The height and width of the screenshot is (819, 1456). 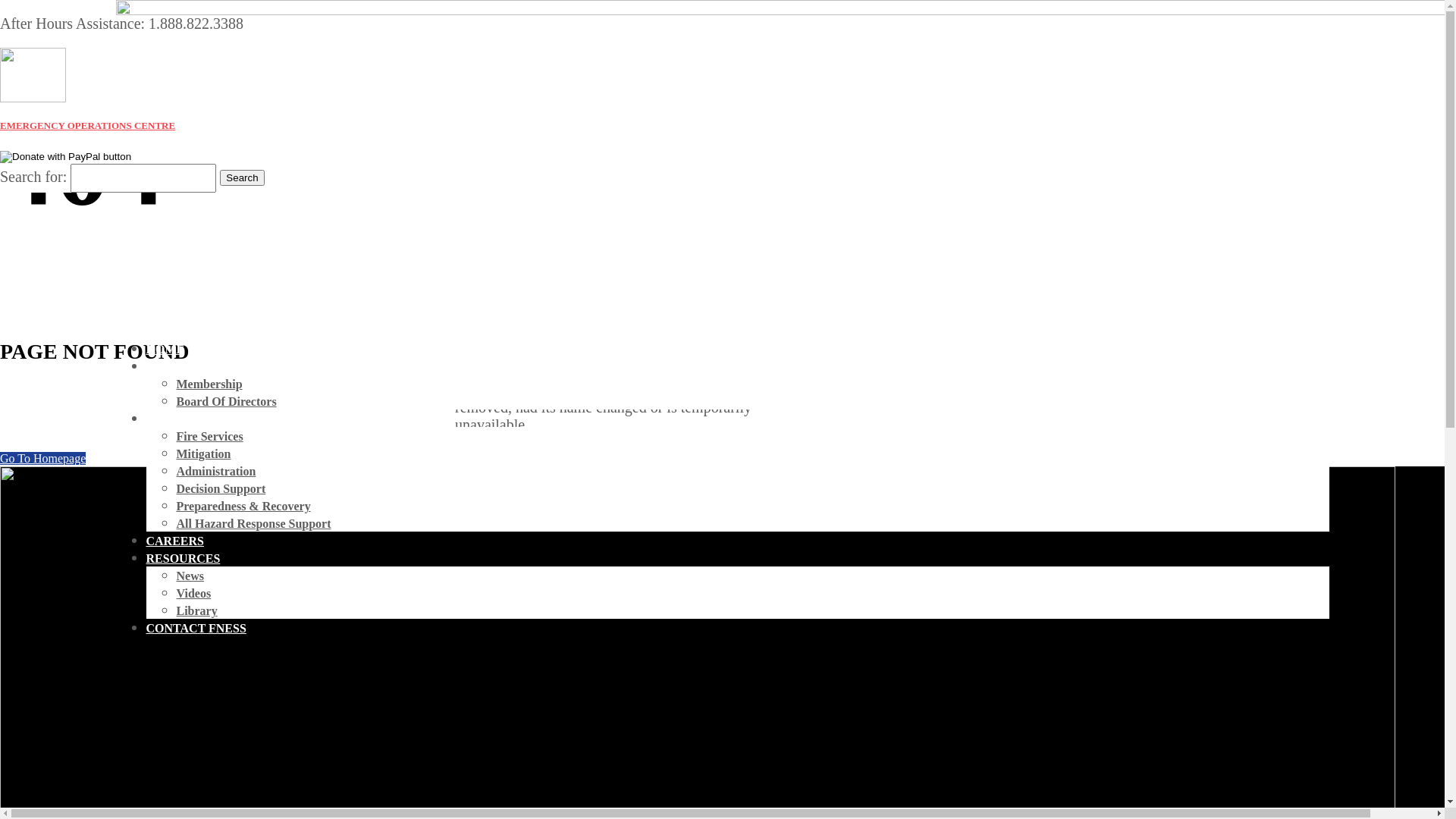 I want to click on 'Go To Homepage', so click(x=42, y=457).